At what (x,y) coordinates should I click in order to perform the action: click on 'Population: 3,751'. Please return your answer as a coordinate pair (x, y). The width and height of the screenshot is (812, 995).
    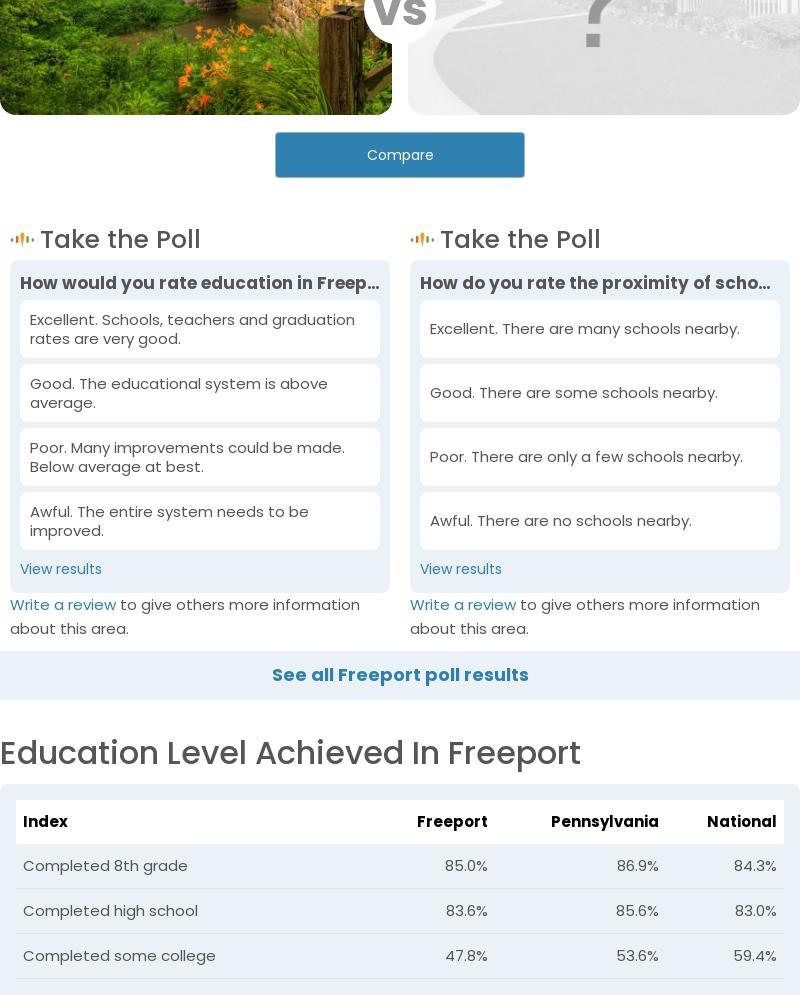
    Looking at the image, I should click on (525, 351).